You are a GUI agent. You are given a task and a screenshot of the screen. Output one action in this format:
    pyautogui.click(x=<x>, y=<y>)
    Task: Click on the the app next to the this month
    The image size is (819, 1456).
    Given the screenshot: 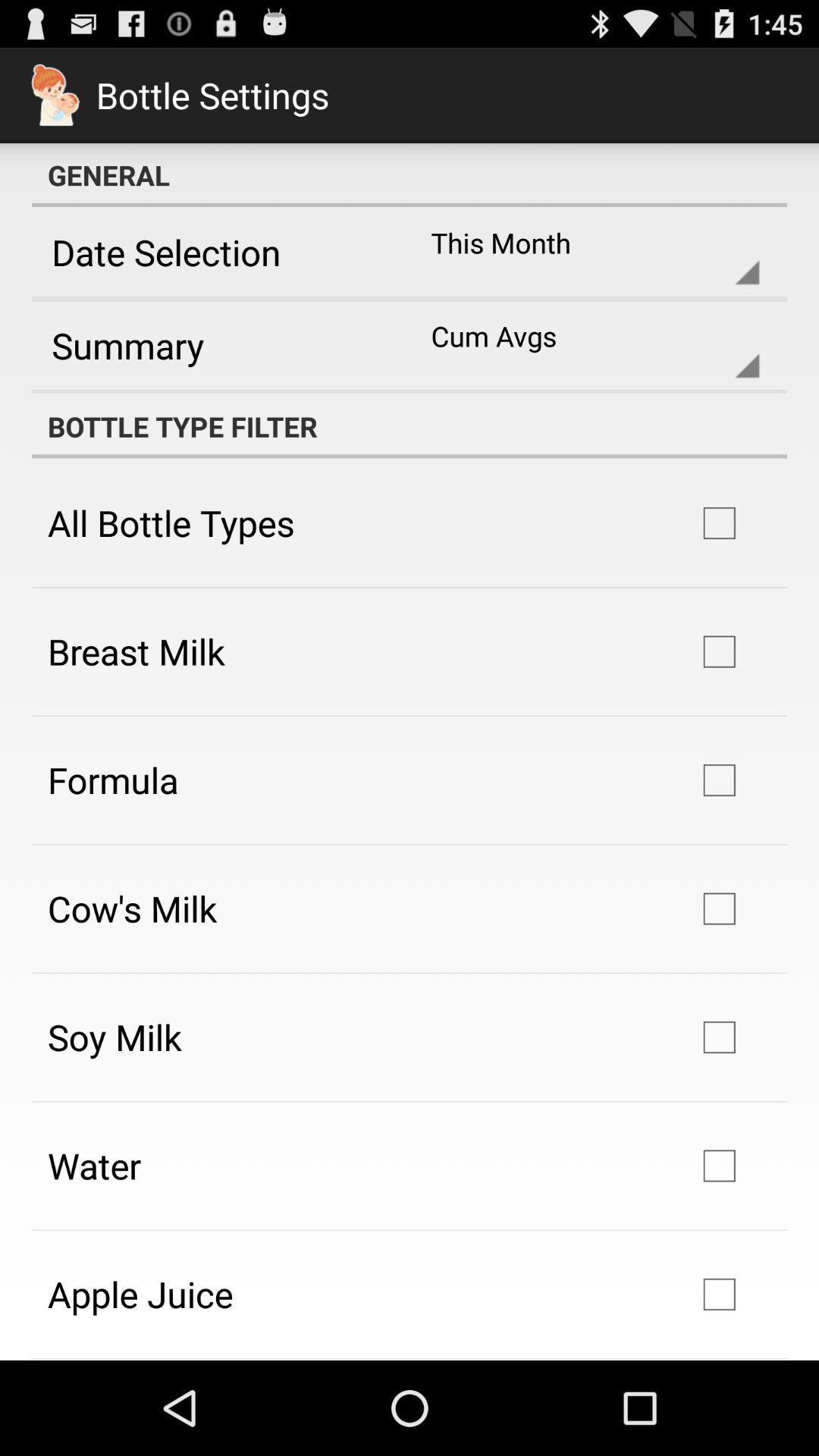 What is the action you would take?
    pyautogui.click(x=215, y=252)
    